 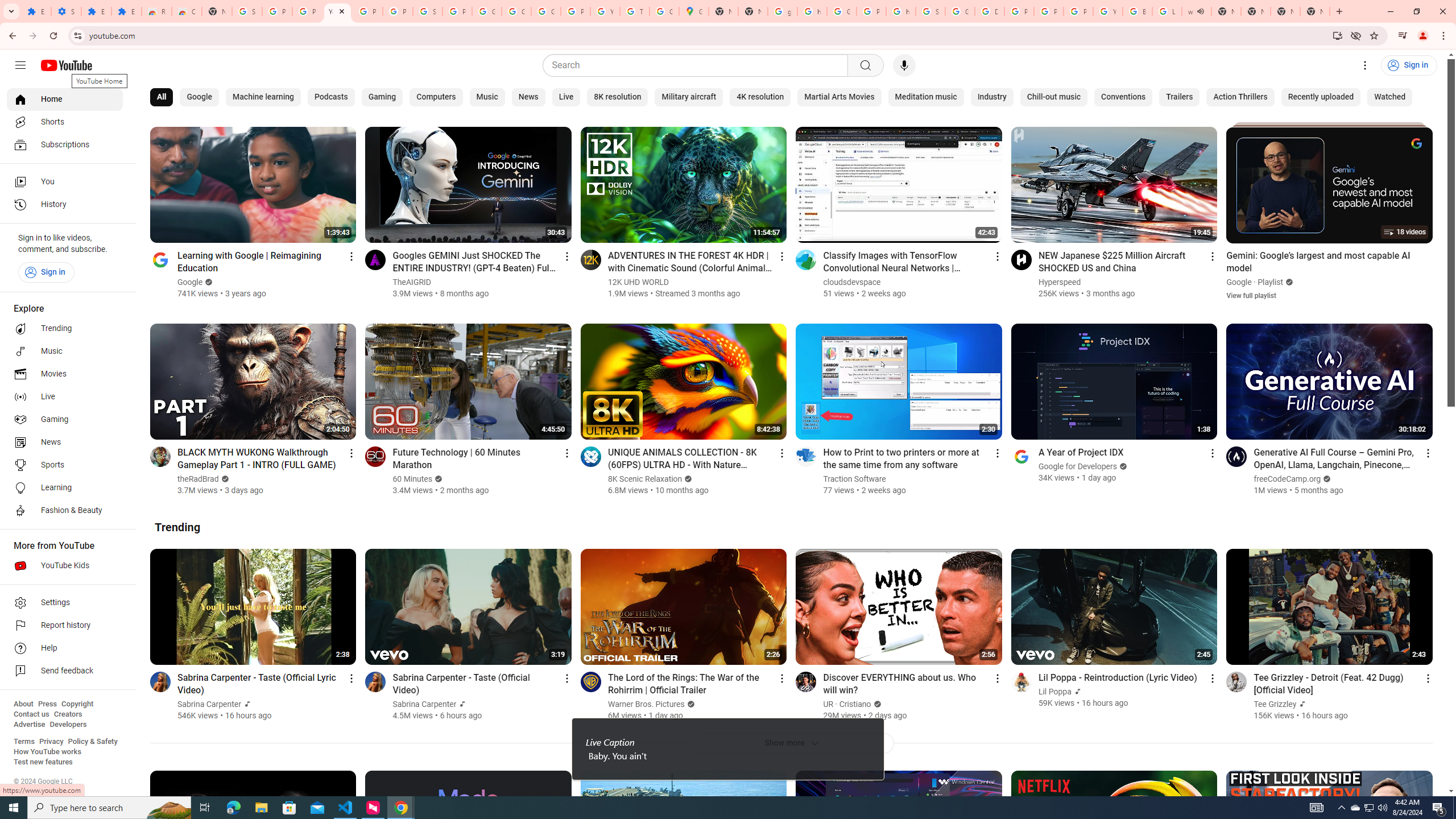 What do you see at coordinates (64, 144) in the screenshot?
I see `'Subscriptions'` at bounding box center [64, 144].